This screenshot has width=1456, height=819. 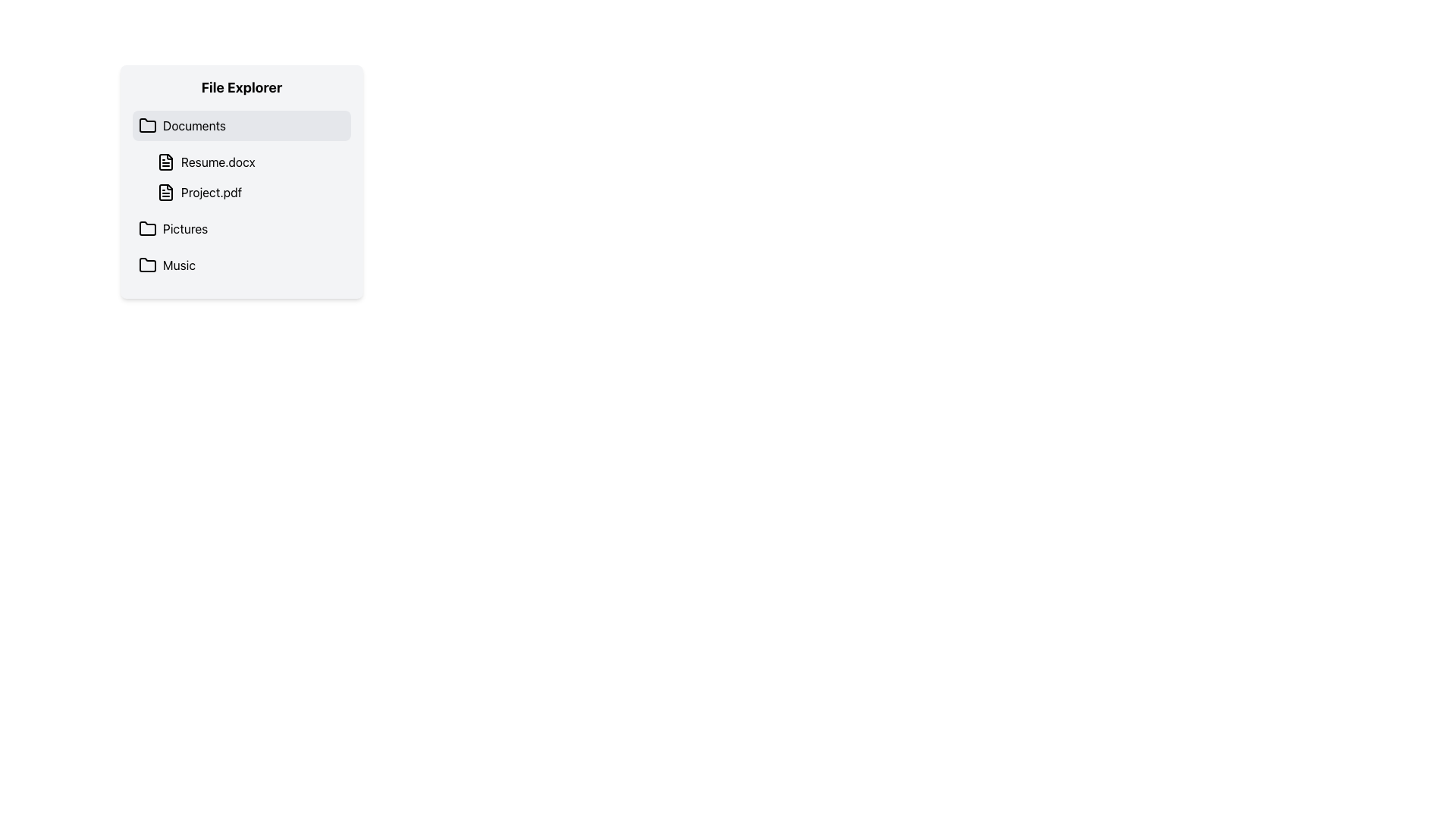 I want to click on the graphical icon representing the PDF file "Project.pdf" in the File Explorer section, so click(x=166, y=192).